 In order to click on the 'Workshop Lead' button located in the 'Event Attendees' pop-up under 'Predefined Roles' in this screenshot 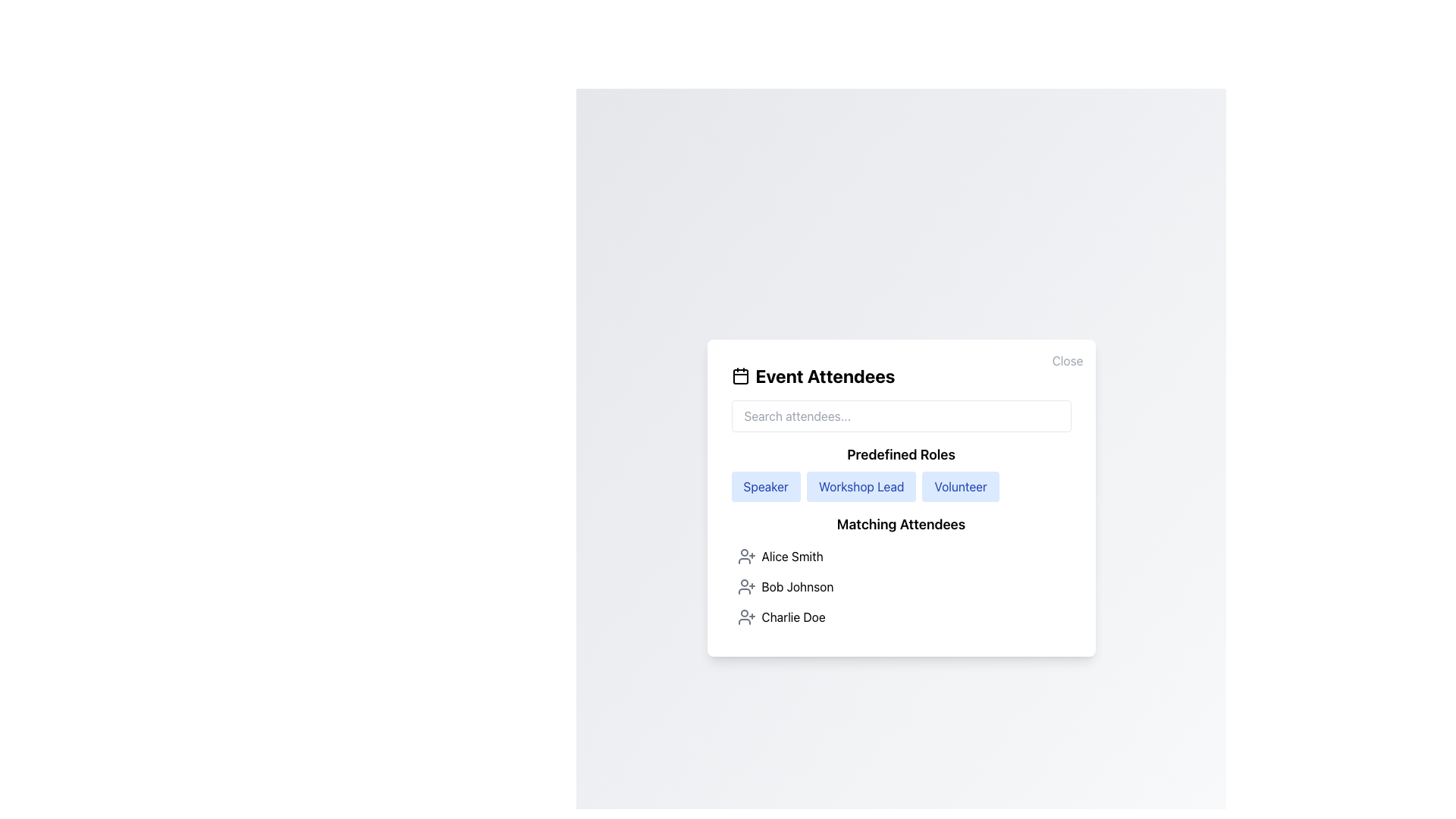, I will do `click(901, 497)`.